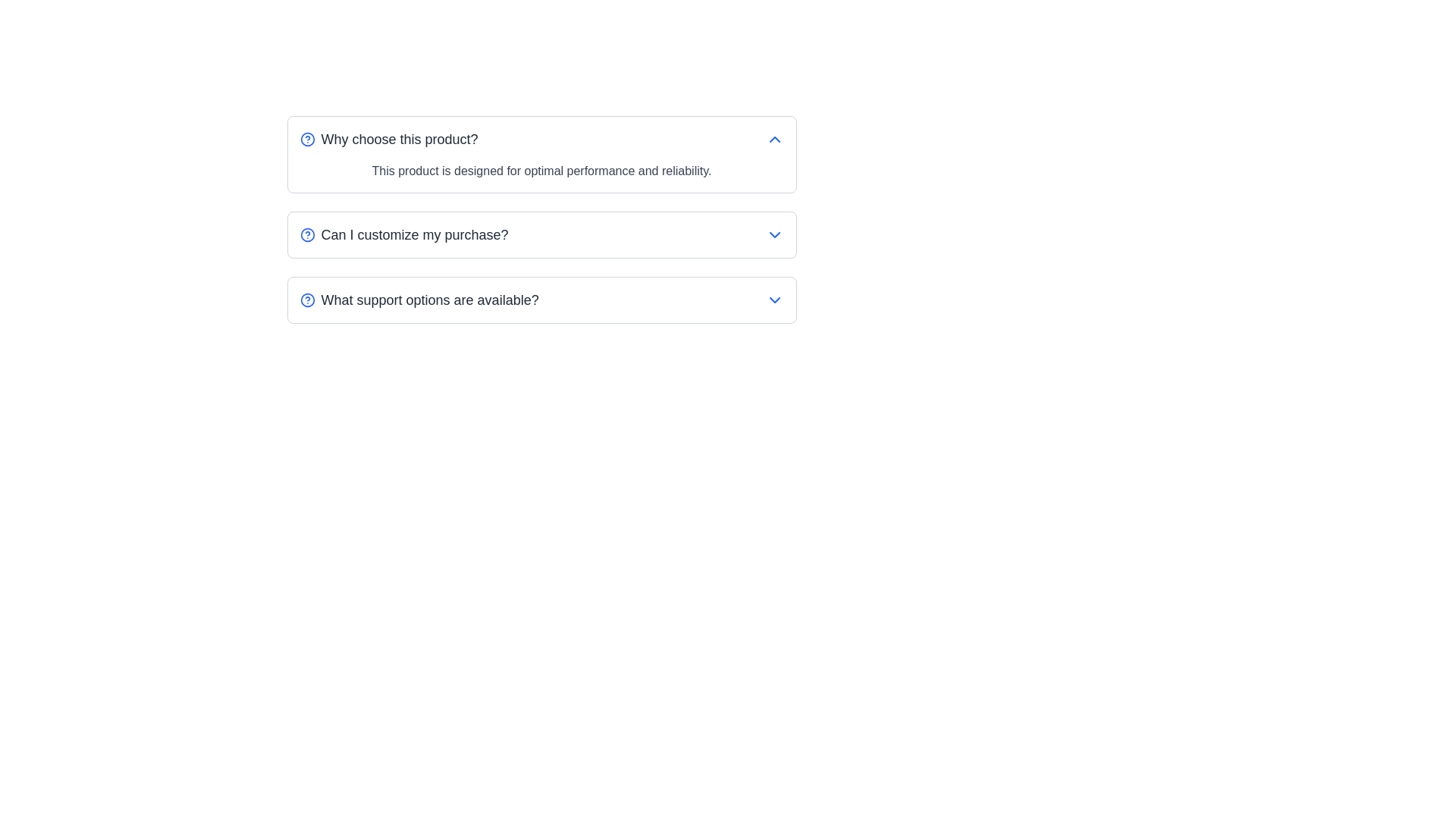 Image resolution: width=1456 pixels, height=819 pixels. What do you see at coordinates (415, 234) in the screenshot?
I see `the text label that reads 'Can I customize my purchase?' which is styled in dark gray and presented in a larger font size, indicating it is a prominent question in a vertically stacked list of interactive sections` at bounding box center [415, 234].